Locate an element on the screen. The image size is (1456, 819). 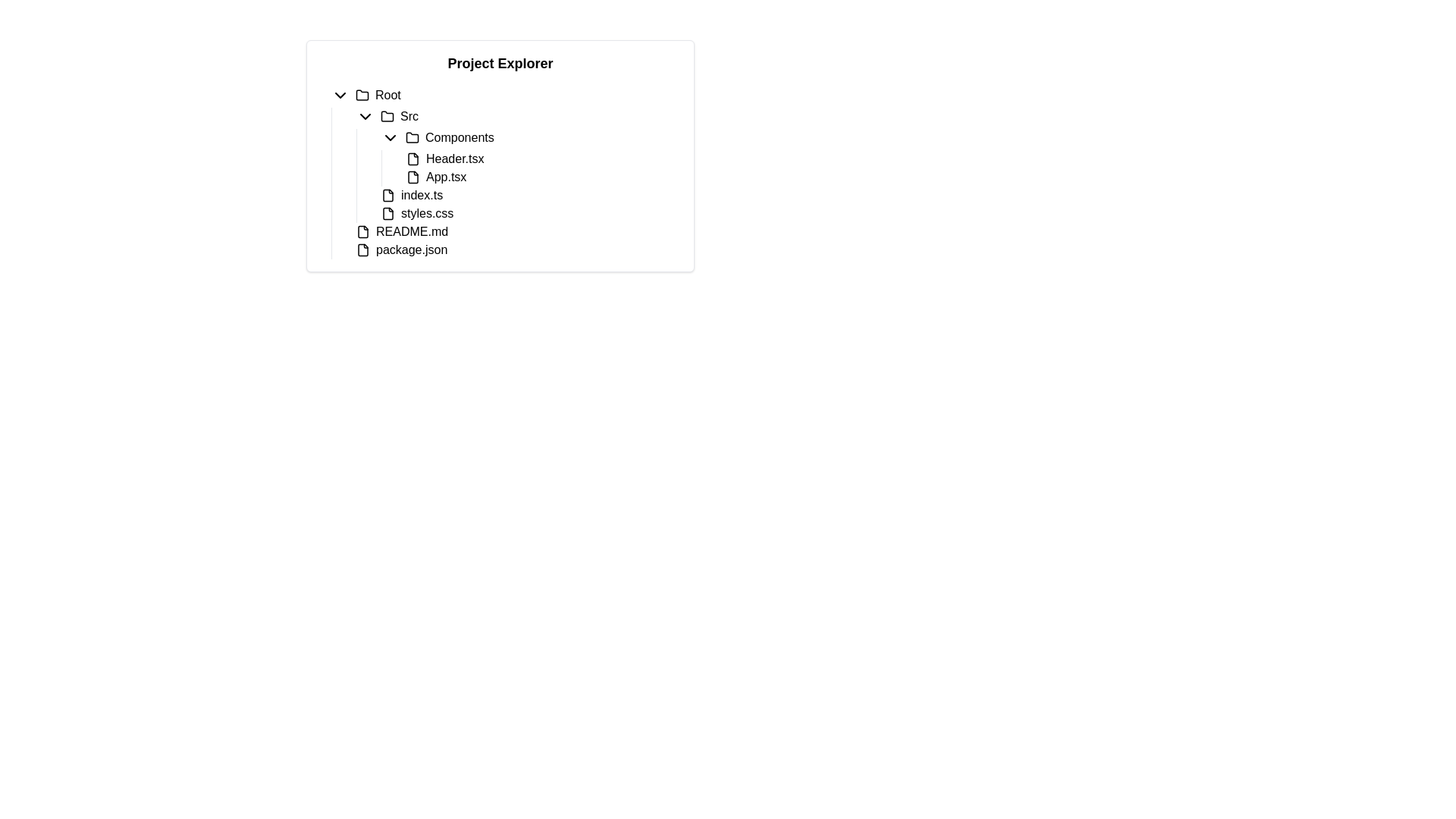
the file icon representing 'index.ts' located in the 'Src' folder of the Project Explorer is located at coordinates (388, 195).